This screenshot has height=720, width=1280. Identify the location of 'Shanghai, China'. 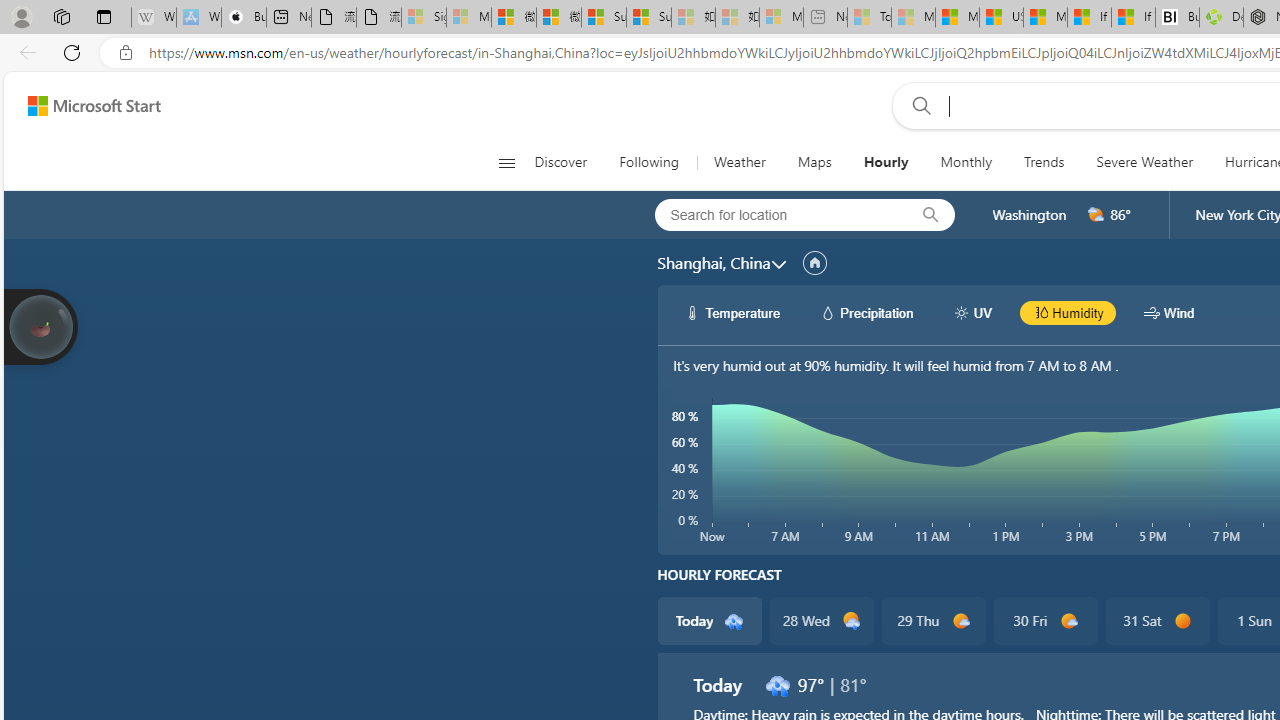
(713, 262).